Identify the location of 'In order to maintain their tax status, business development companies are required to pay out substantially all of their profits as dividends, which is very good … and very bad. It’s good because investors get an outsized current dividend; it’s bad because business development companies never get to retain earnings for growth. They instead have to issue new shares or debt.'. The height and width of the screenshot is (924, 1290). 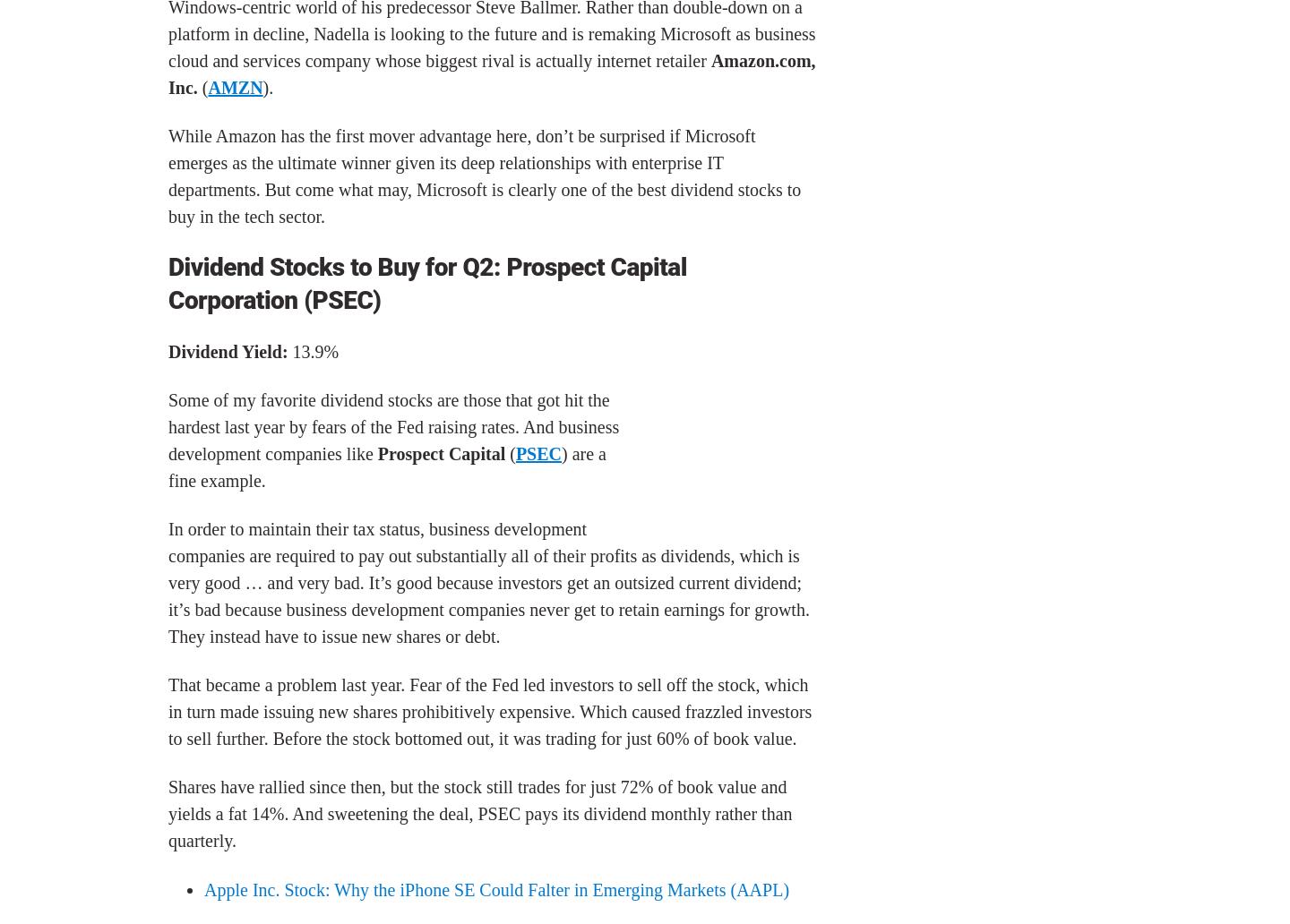
(168, 581).